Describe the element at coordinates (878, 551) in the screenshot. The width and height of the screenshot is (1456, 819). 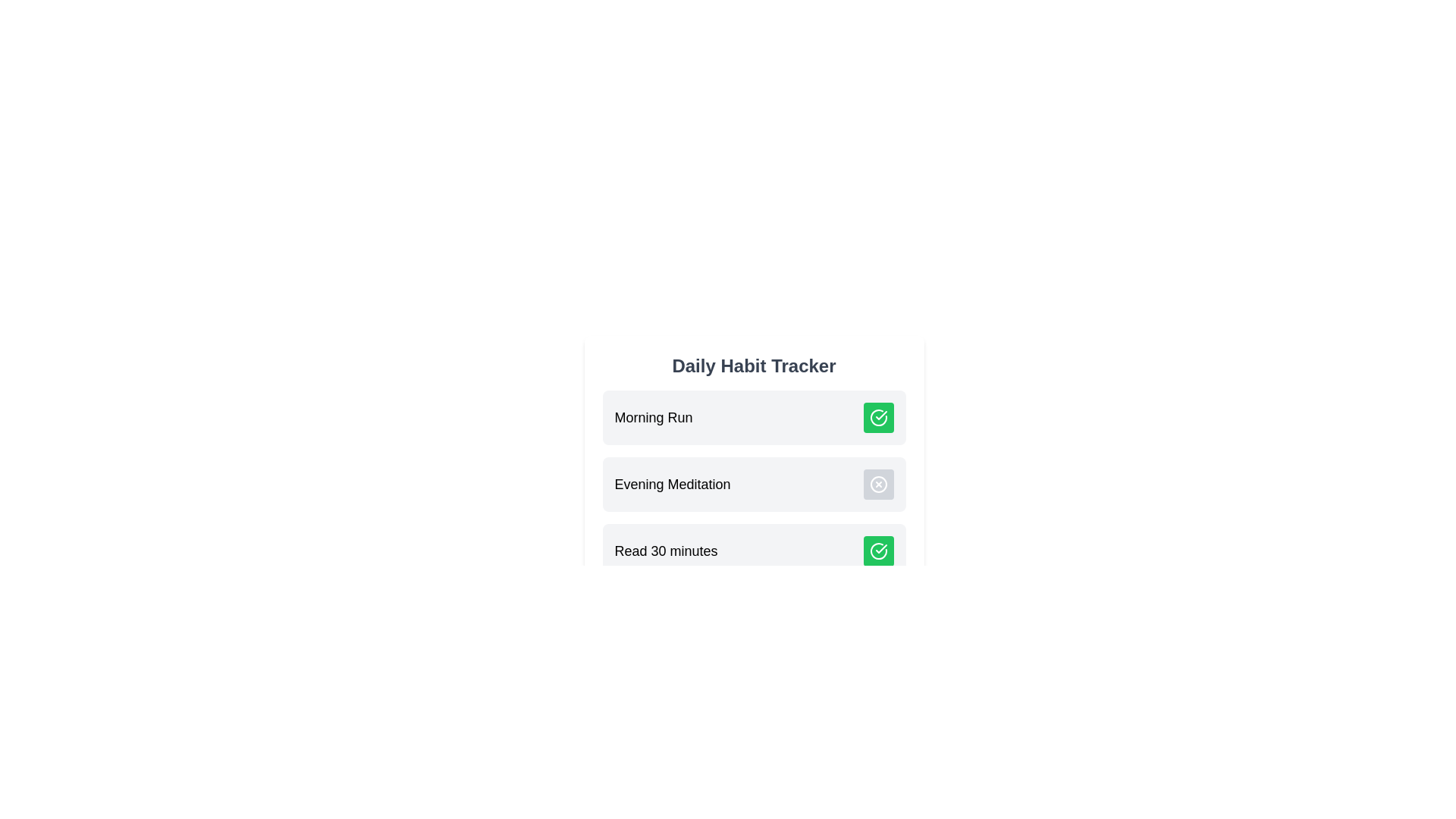
I see `the circular icon with an outlined checkmark symbol, which is enclosed in a green circular button, located to the far right of the 'Read 30 minutes' text block in the bottom-most row of the vertically aligned list` at that location.